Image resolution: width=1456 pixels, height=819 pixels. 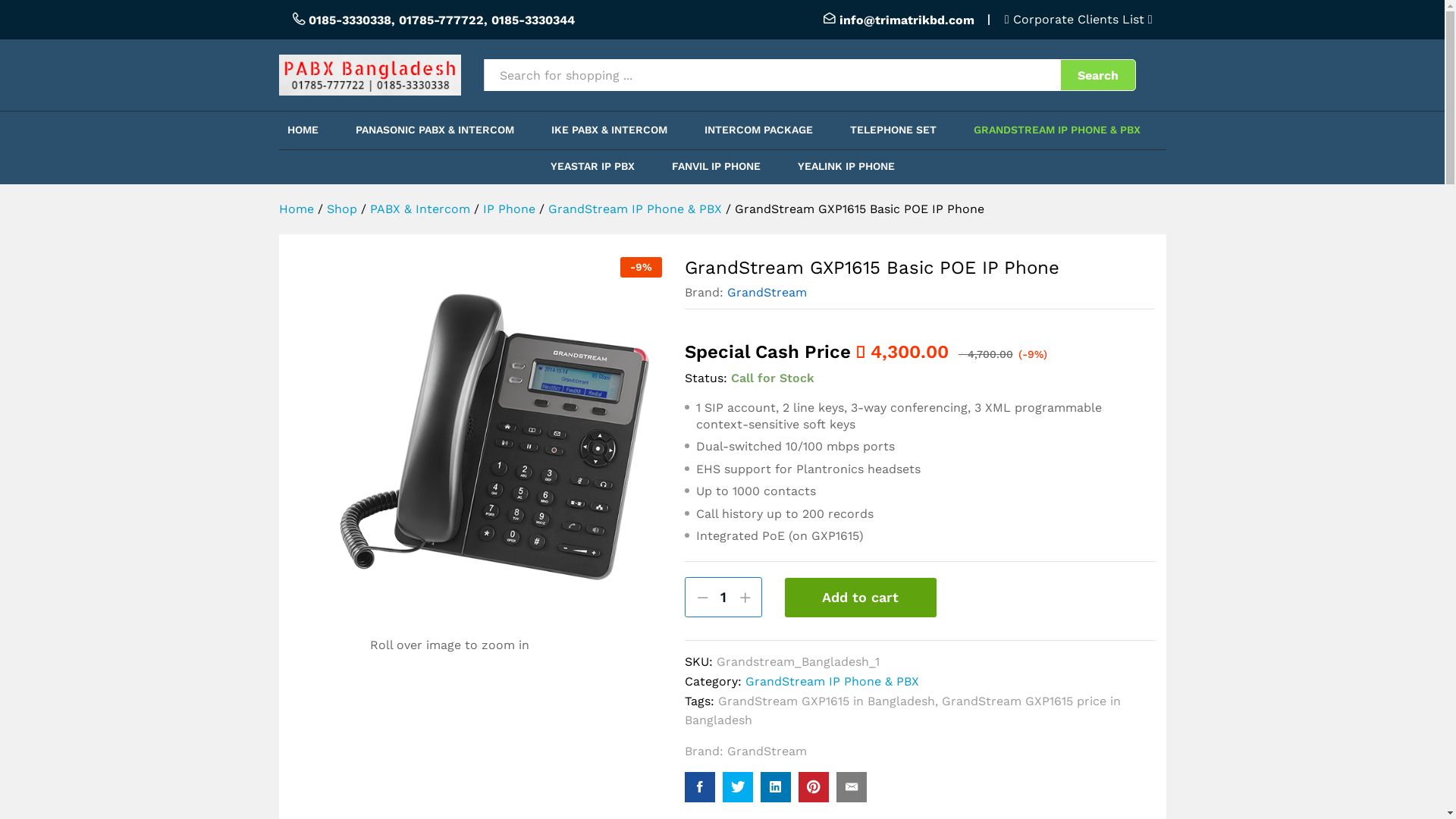 What do you see at coordinates (767, 292) in the screenshot?
I see `'GrandStream'` at bounding box center [767, 292].